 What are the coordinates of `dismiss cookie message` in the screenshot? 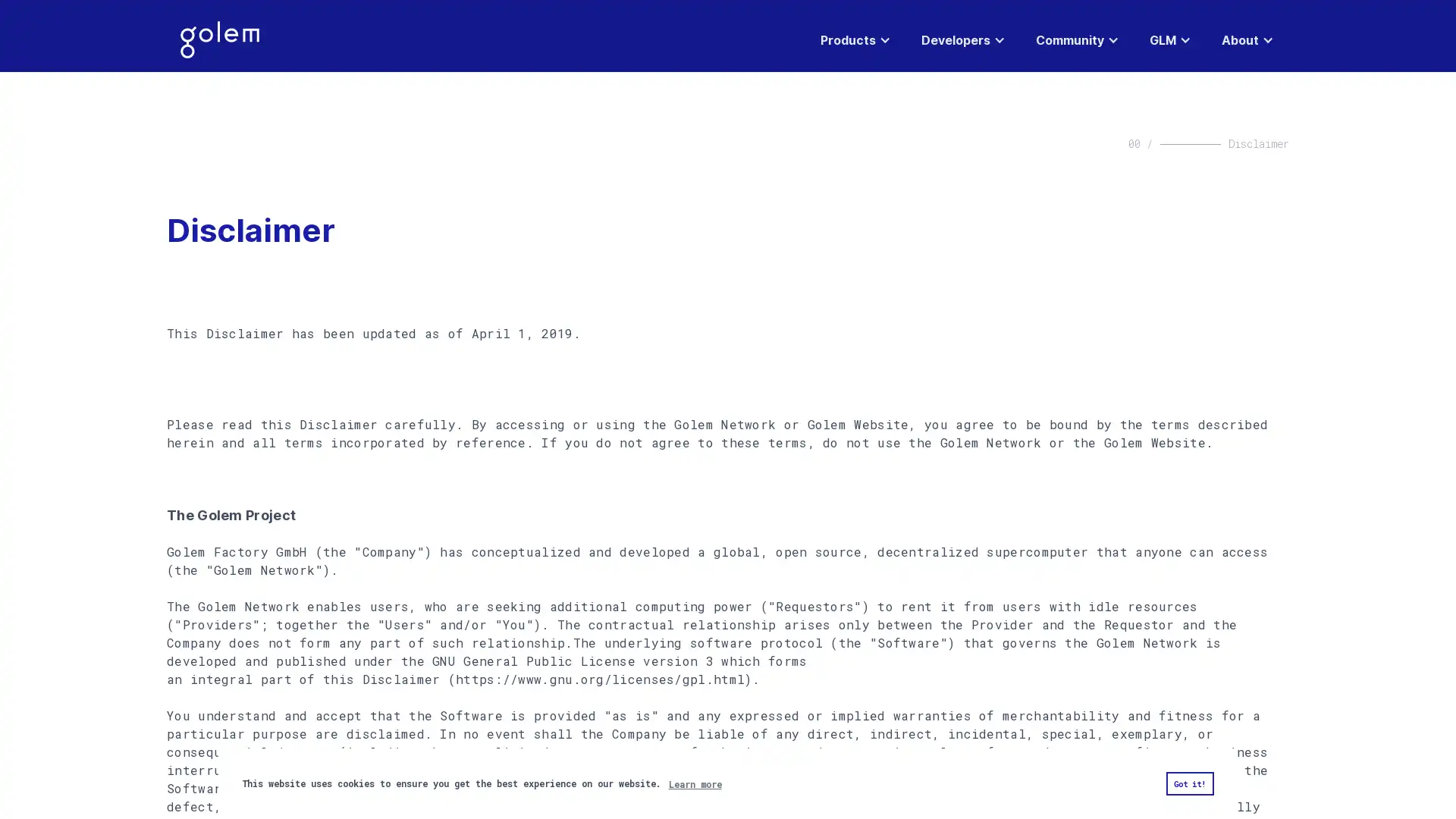 It's located at (1188, 783).